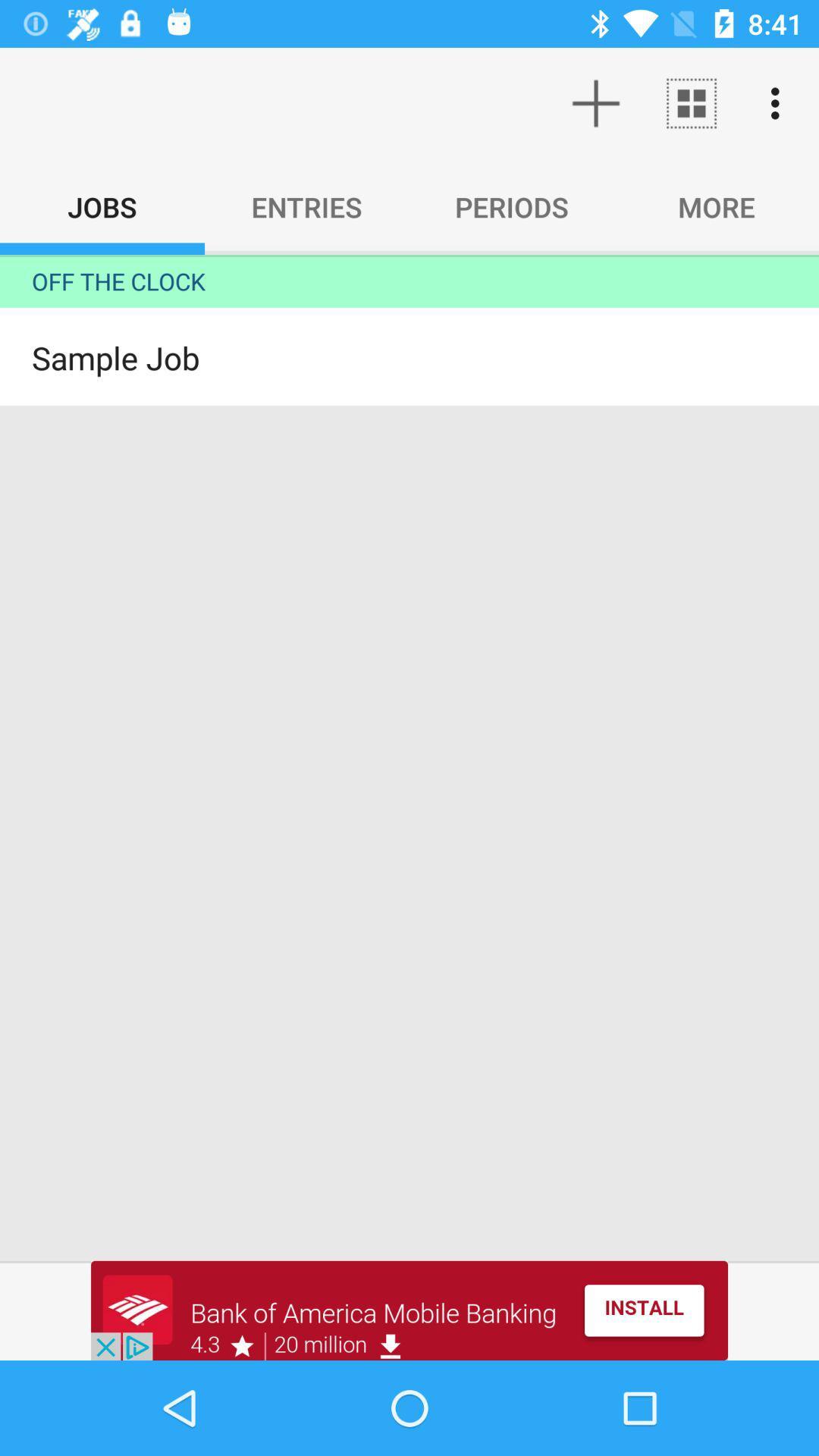  What do you see at coordinates (409, 1310) in the screenshot?
I see `advertisement page` at bounding box center [409, 1310].